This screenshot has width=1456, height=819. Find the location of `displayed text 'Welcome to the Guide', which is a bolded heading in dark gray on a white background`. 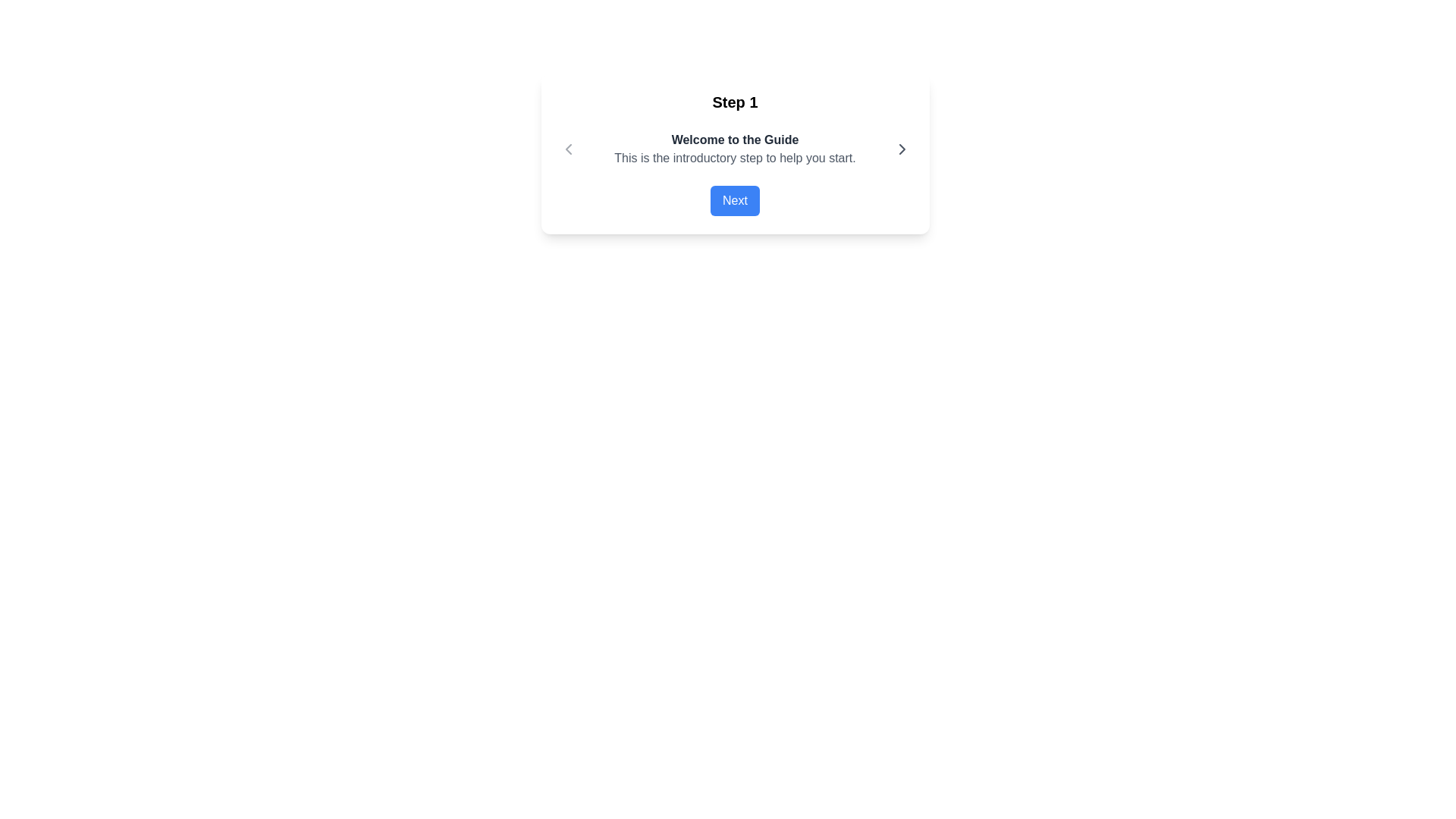

displayed text 'Welcome to the Guide', which is a bolded heading in dark gray on a white background is located at coordinates (735, 140).